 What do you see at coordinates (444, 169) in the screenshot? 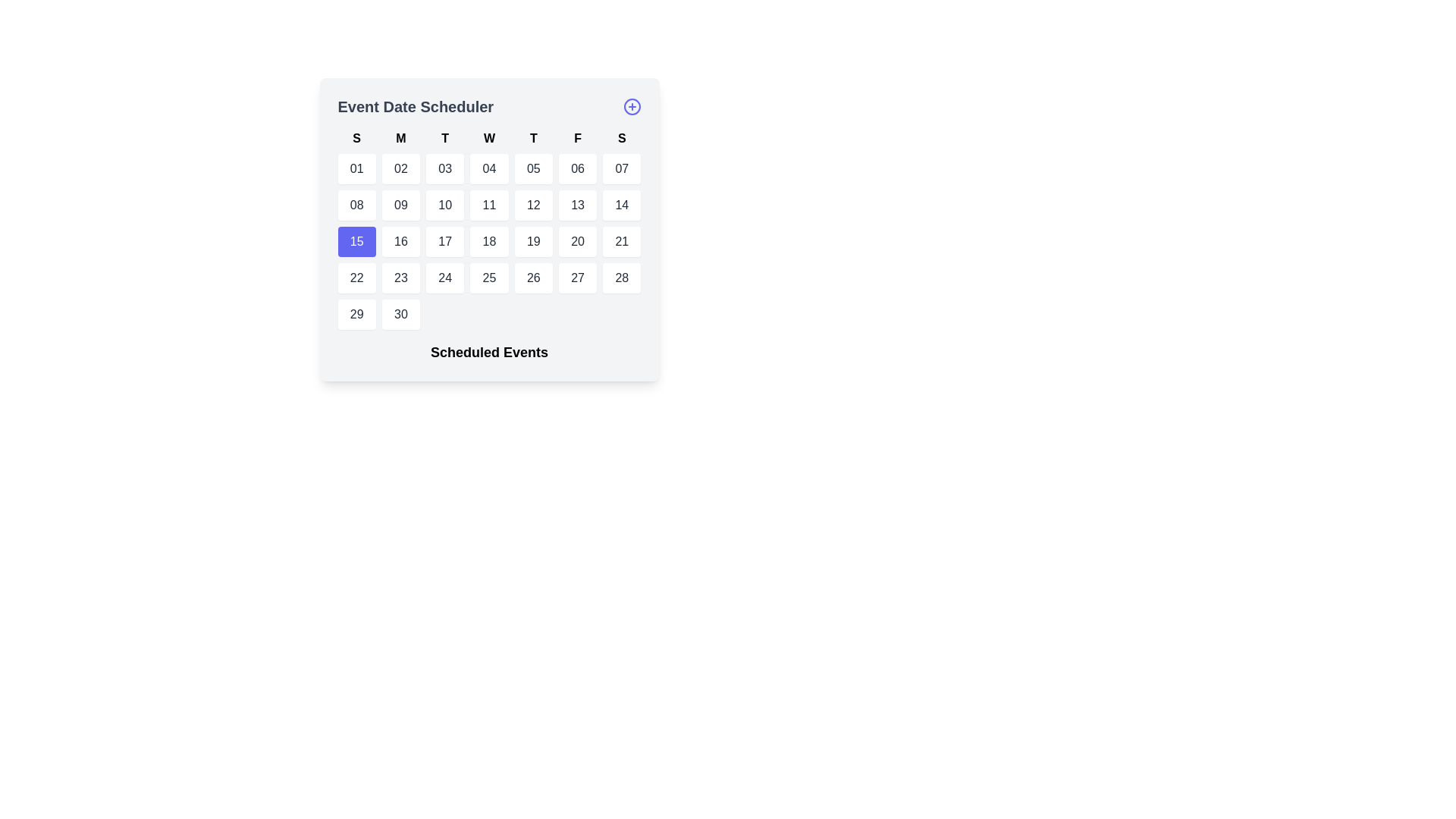
I see `the calendar day button representing '03'` at bounding box center [444, 169].